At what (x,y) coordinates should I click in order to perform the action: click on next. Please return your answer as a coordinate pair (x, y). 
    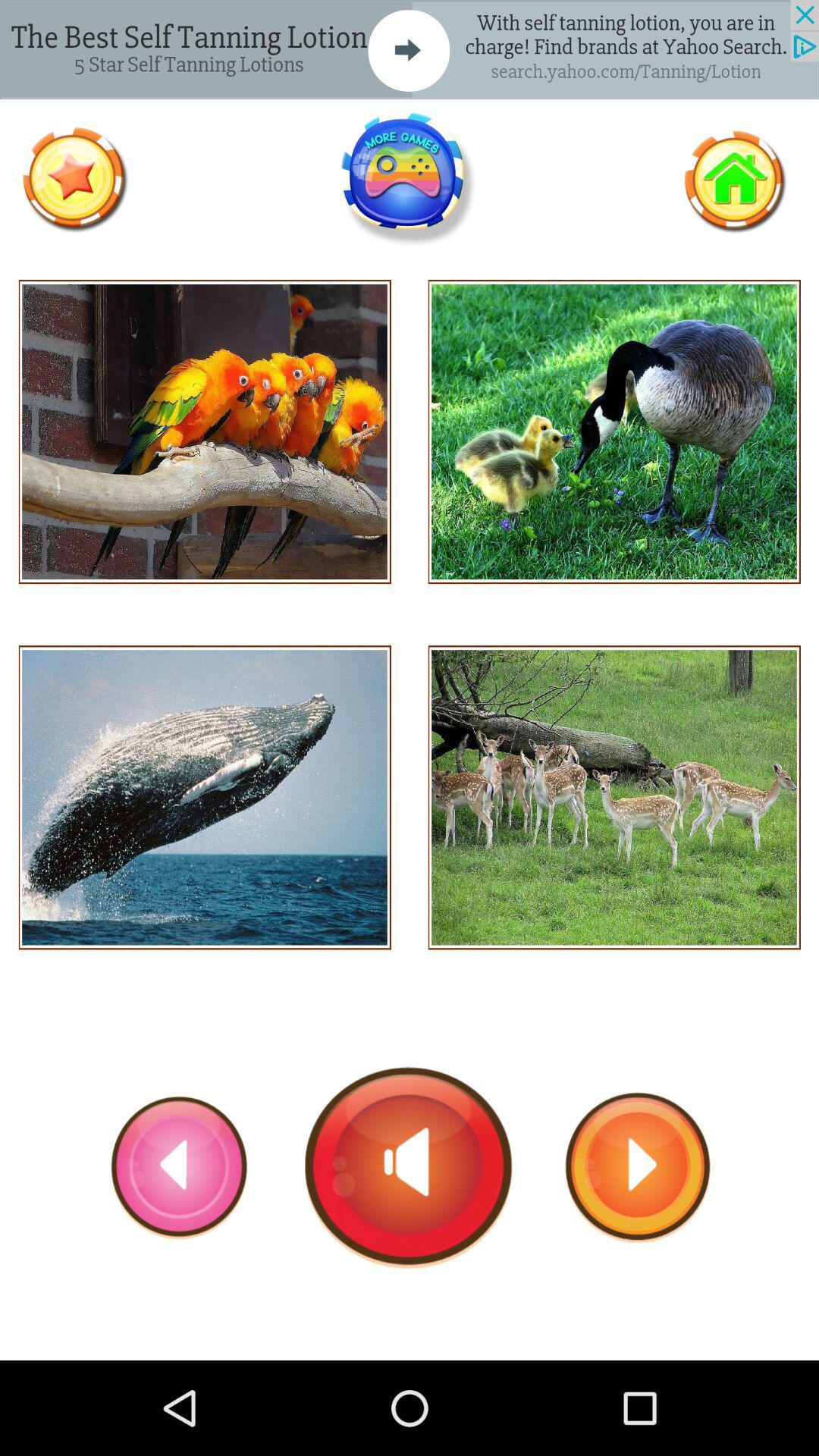
    Looking at the image, I should click on (638, 1166).